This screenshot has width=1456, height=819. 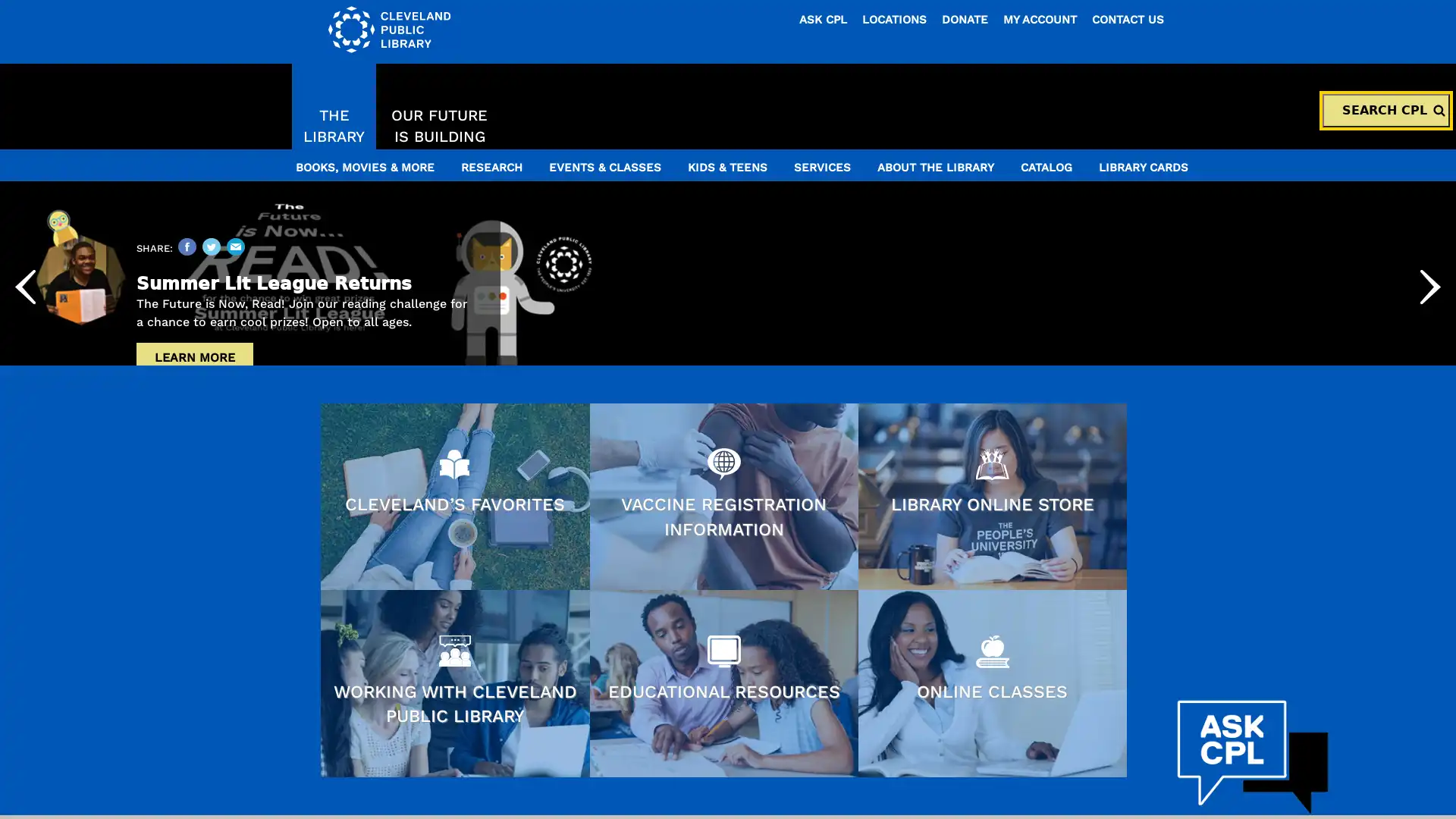 What do you see at coordinates (1429, 399) in the screenshot?
I see `Next` at bounding box center [1429, 399].